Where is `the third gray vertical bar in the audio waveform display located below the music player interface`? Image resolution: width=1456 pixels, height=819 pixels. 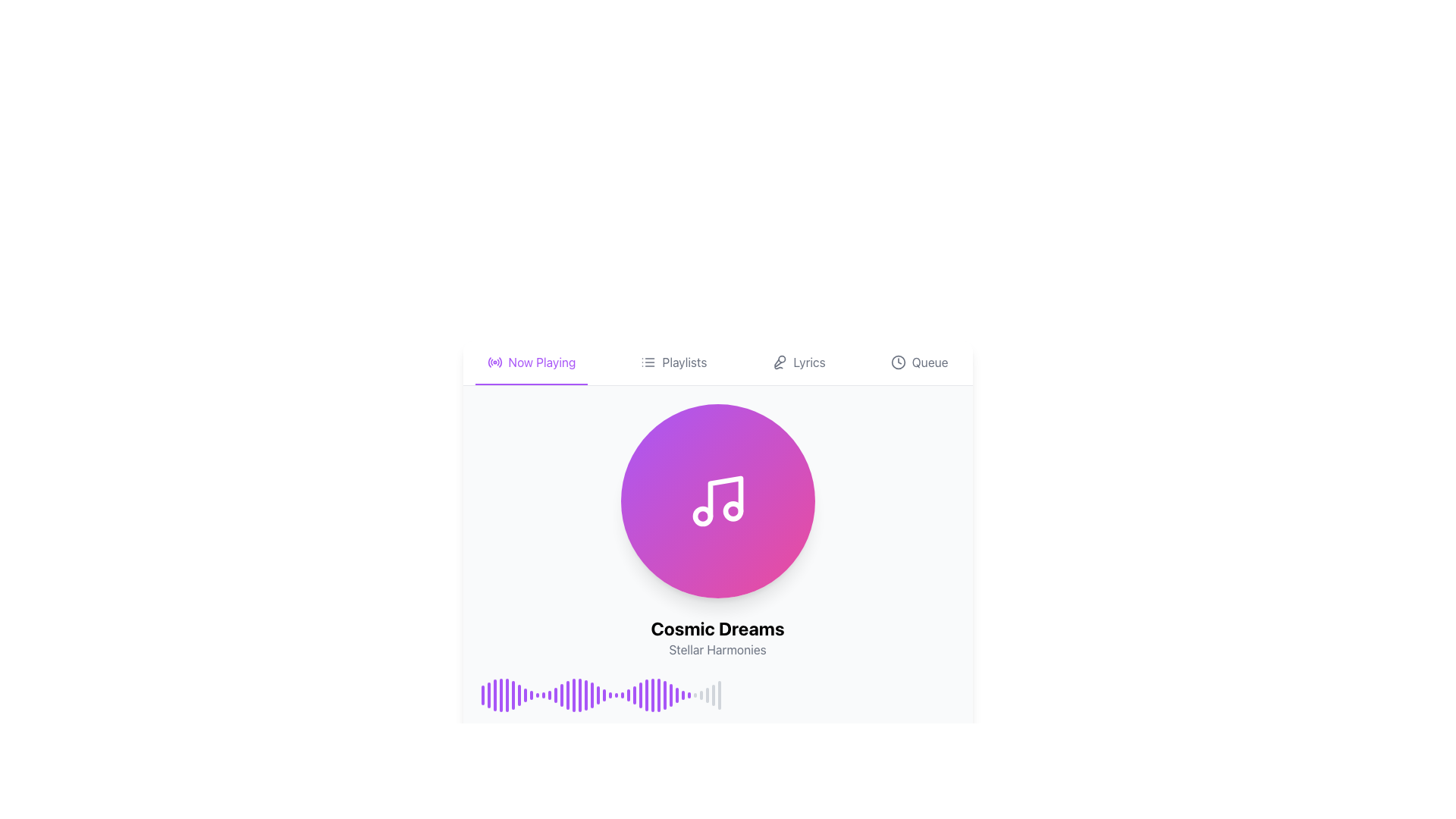
the third gray vertical bar in the audio waveform display located below the music player interface is located at coordinates (706, 695).